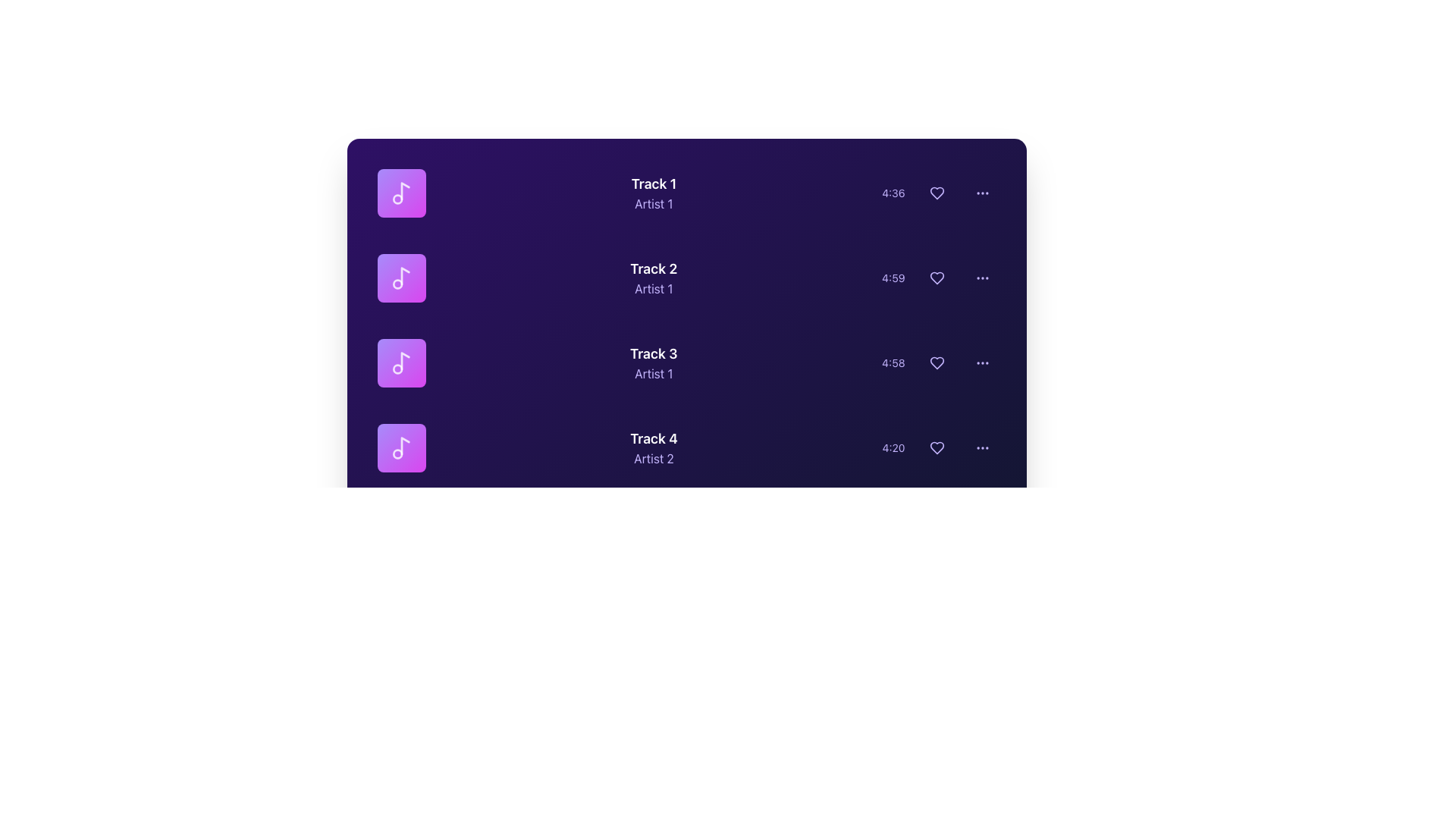 The height and width of the screenshot is (819, 1456). I want to click on the button located at the rightmost side of the row associated with 'Track 3', so click(982, 362).